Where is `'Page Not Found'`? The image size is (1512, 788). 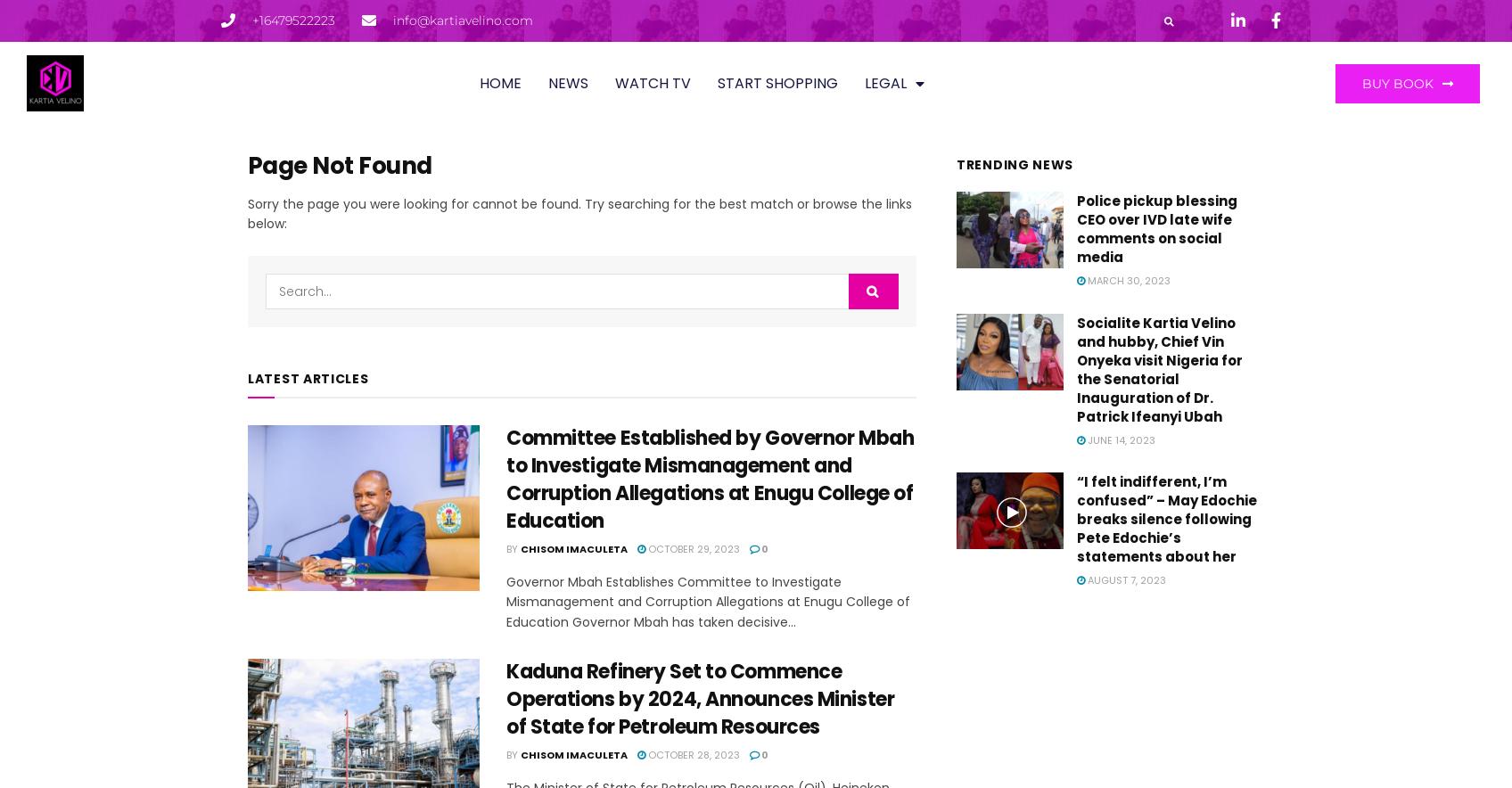 'Page Not Found' is located at coordinates (338, 164).